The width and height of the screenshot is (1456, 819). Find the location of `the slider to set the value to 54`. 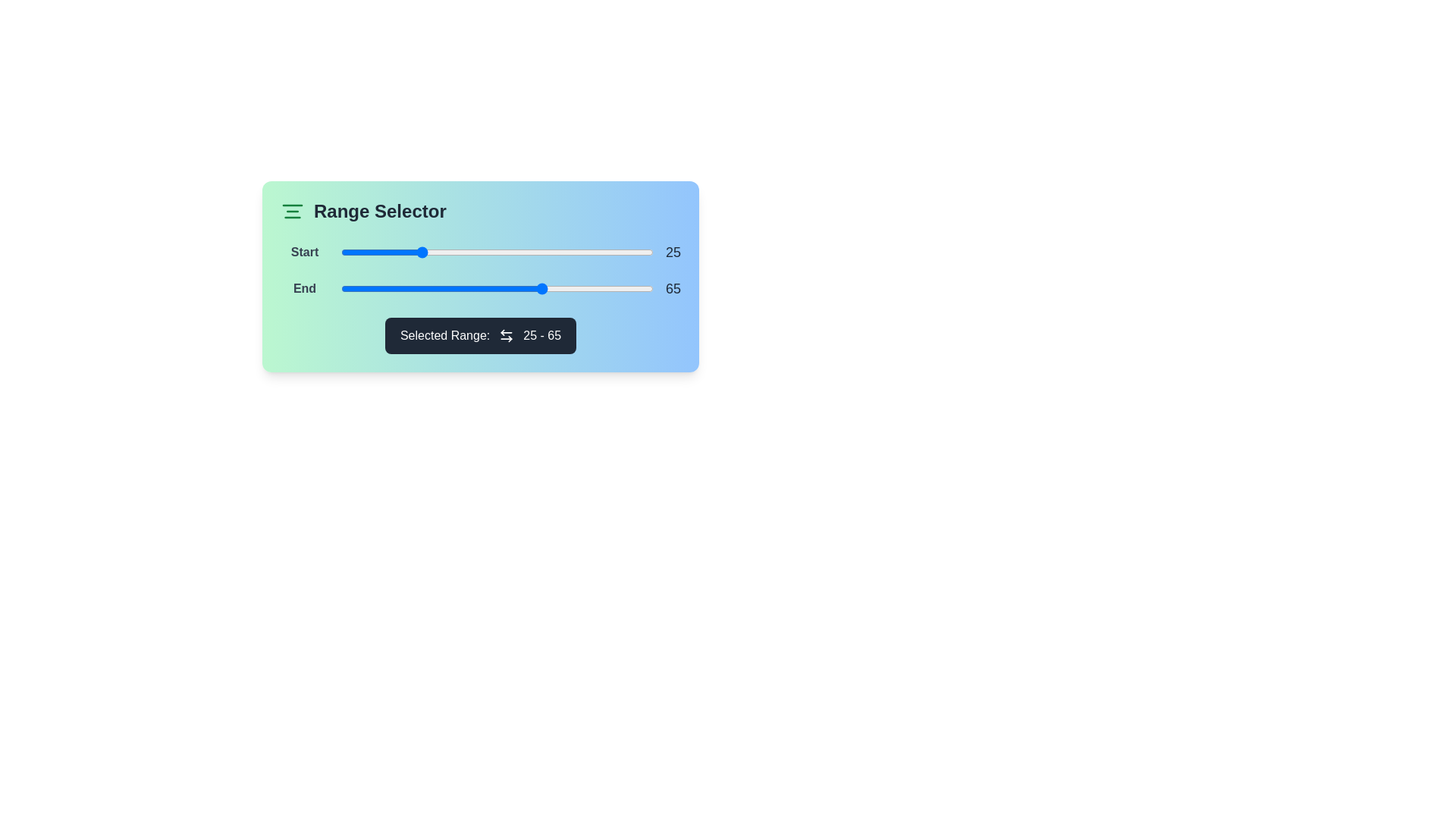

the slider to set the value to 54 is located at coordinates (510, 251).